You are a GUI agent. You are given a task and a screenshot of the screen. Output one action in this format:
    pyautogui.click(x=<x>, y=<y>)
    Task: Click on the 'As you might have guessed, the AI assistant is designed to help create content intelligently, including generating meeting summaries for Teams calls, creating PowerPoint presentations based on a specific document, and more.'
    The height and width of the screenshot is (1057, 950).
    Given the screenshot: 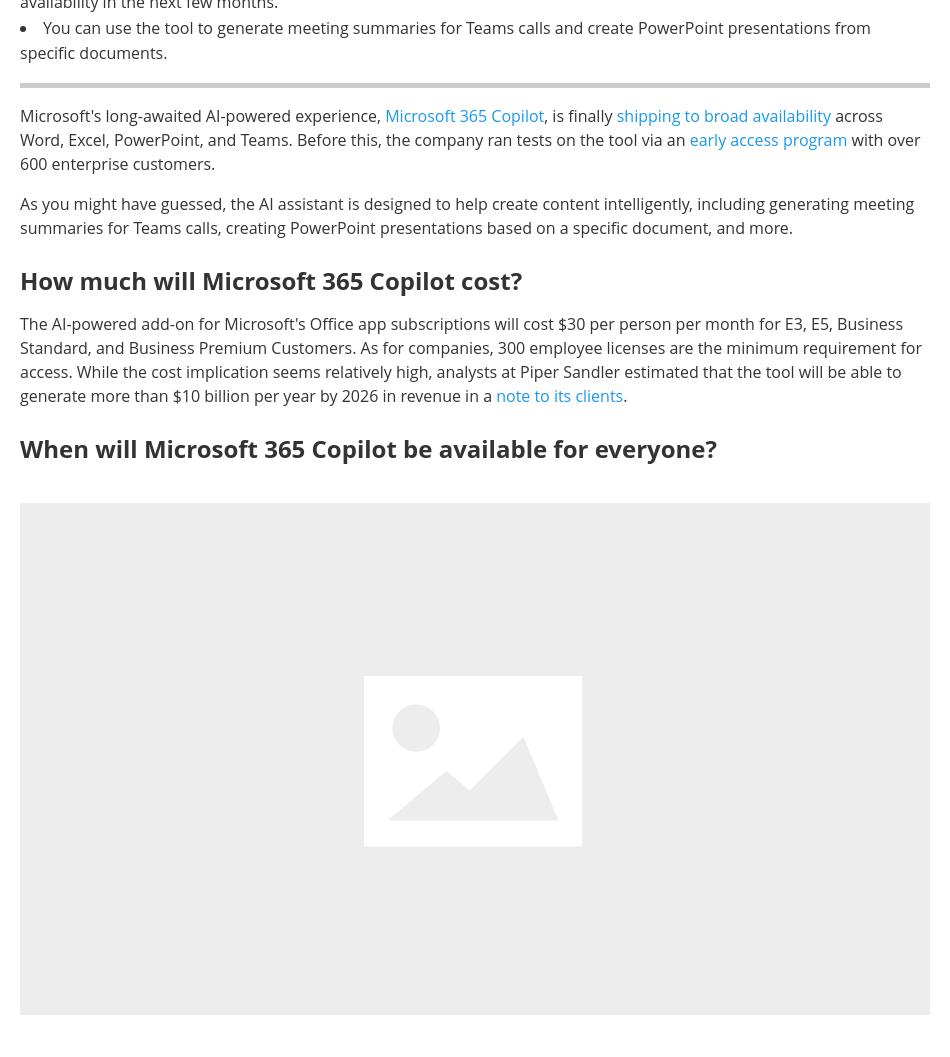 What is the action you would take?
    pyautogui.click(x=466, y=214)
    